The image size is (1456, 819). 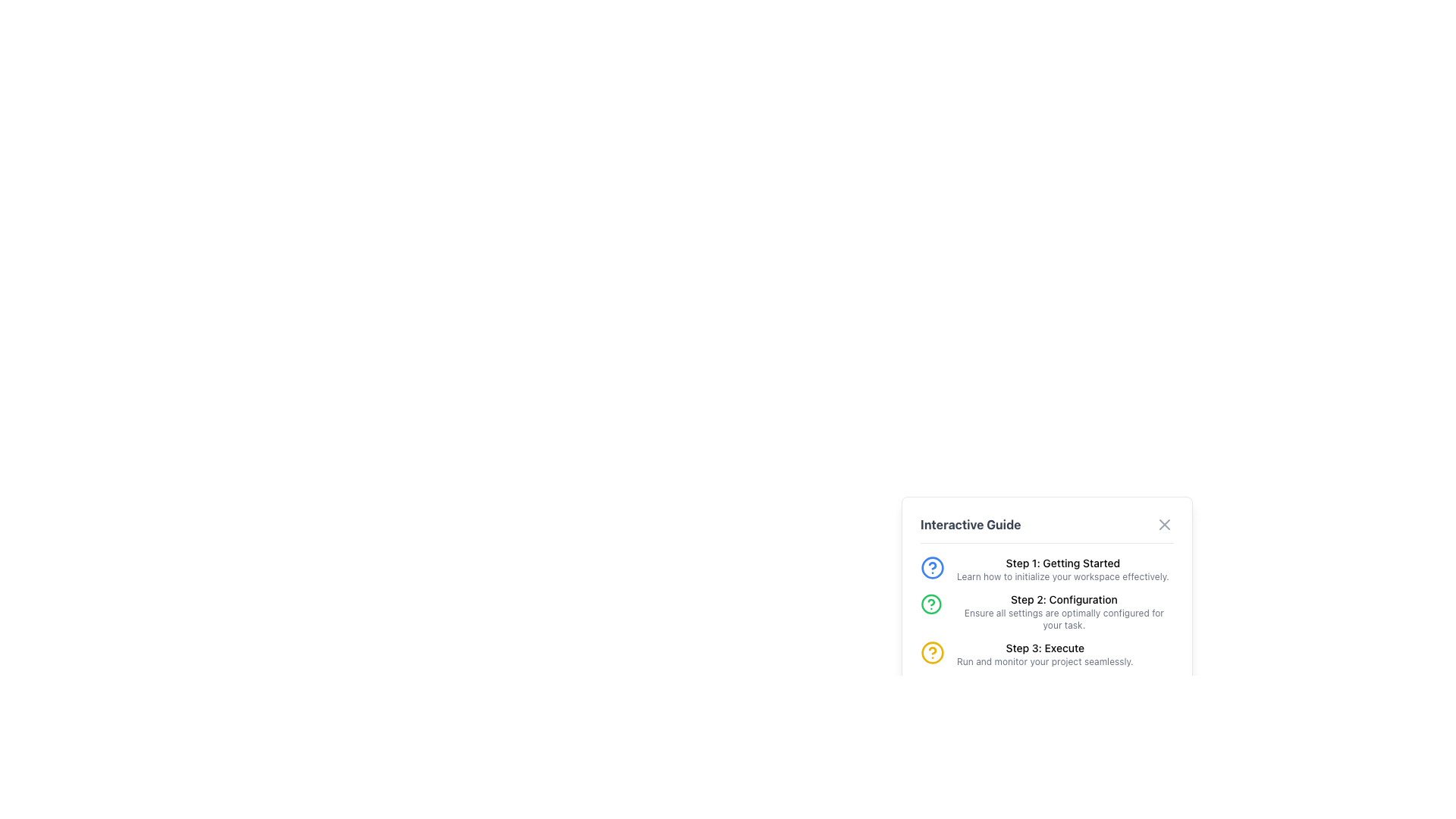 What do you see at coordinates (1062, 570) in the screenshot?
I see `text block element titled 'Step 1: Getting Started' that describes how to initialize your workspace effectively, located in the right-aligned interactive guide panel` at bounding box center [1062, 570].